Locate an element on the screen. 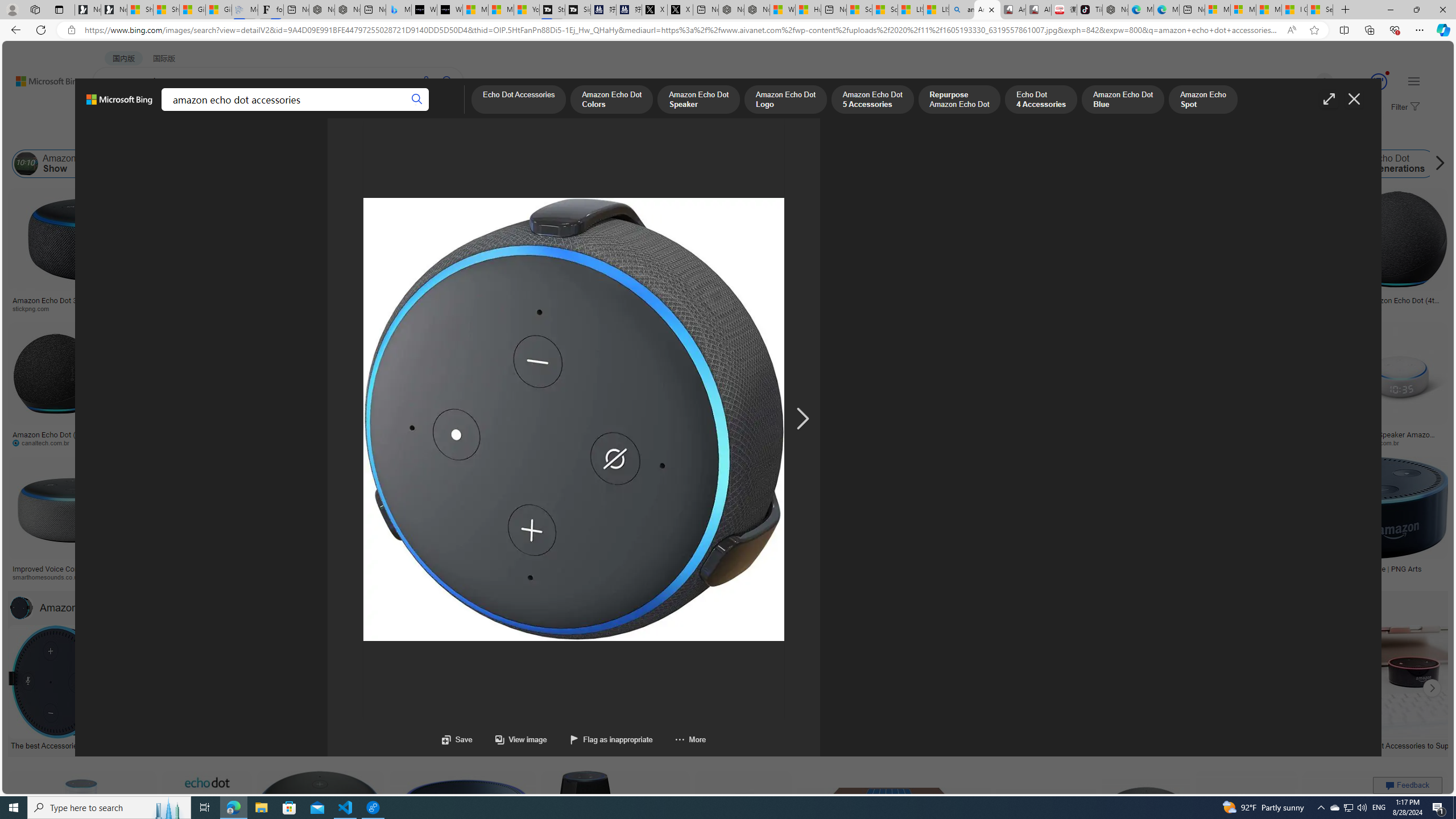  'Microsoft Rewards 147' is located at coordinates (1365, 81).